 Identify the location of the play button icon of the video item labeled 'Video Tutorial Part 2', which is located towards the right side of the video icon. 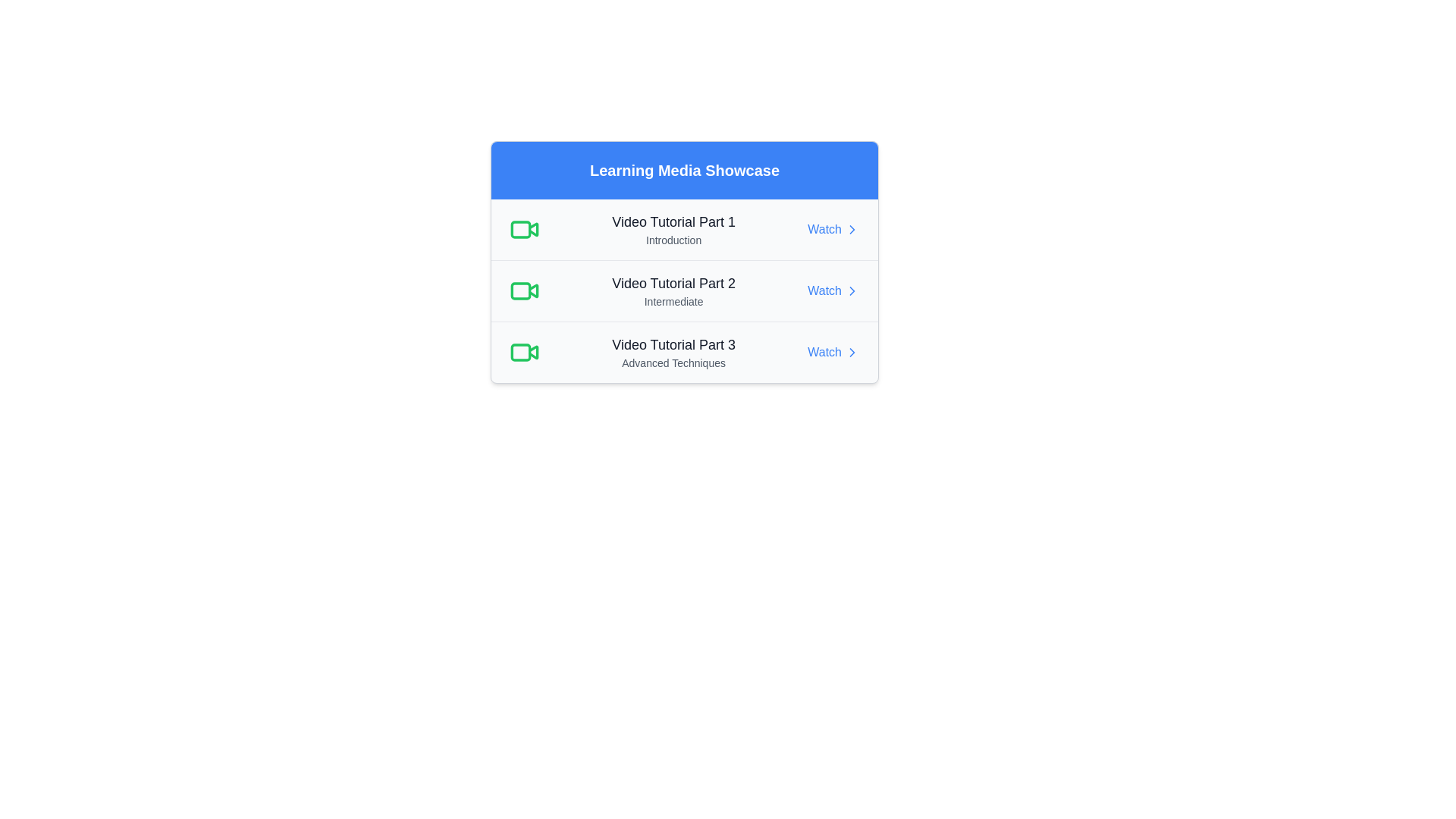
(533, 290).